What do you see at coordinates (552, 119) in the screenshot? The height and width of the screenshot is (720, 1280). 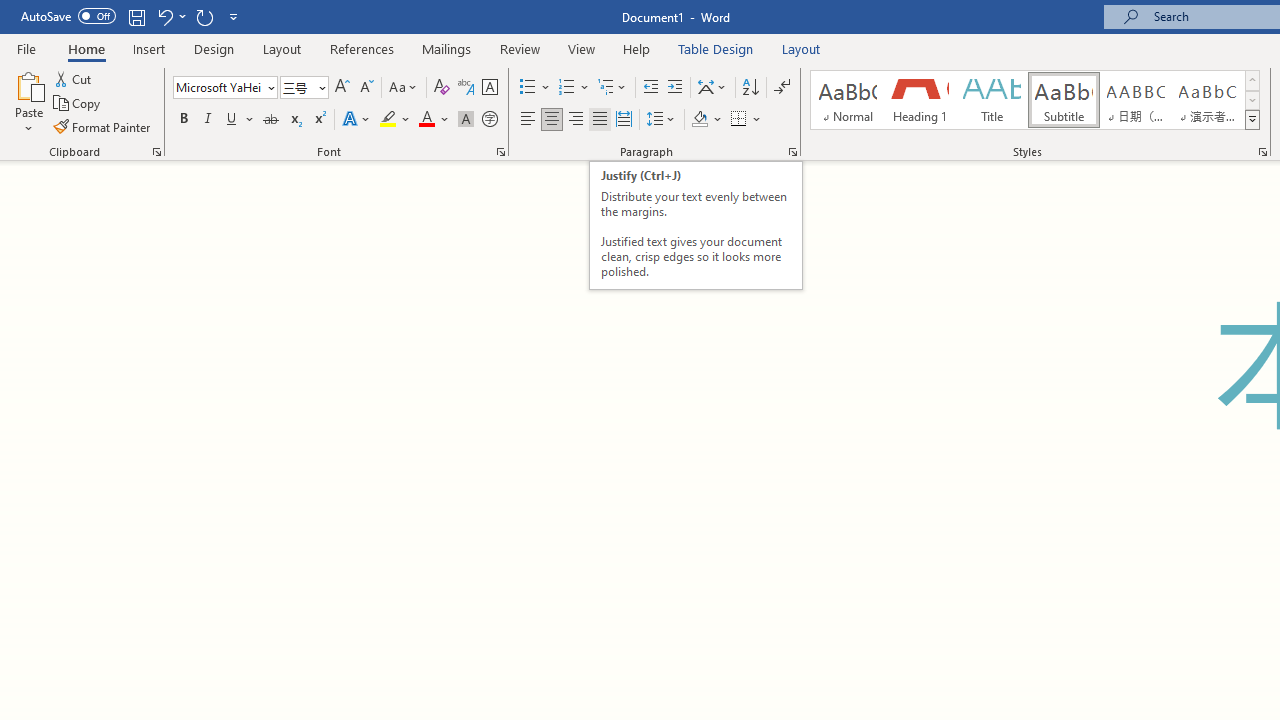 I see `'Center'` at bounding box center [552, 119].